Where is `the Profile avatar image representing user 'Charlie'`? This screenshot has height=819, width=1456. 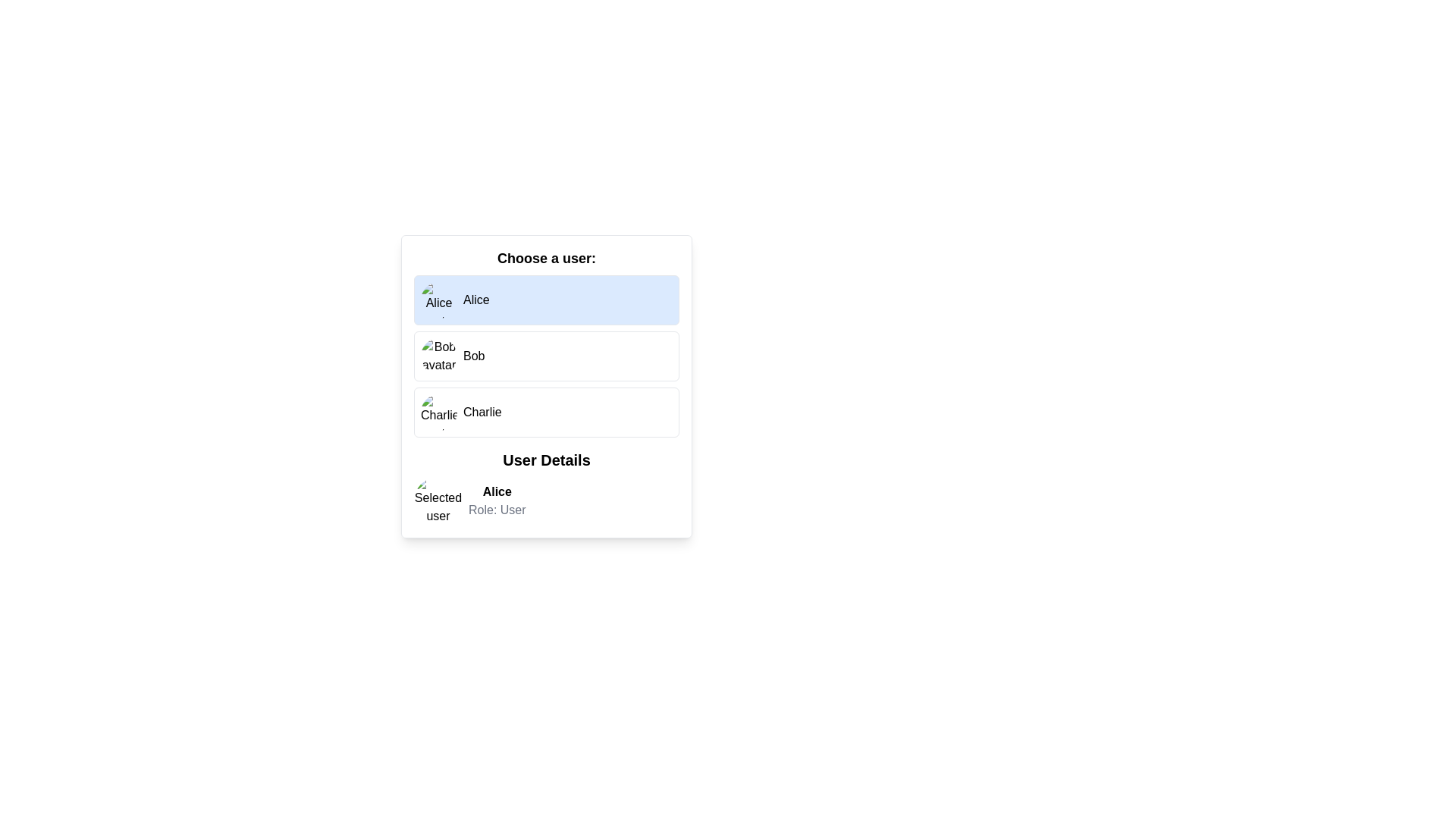 the Profile avatar image representing user 'Charlie' is located at coordinates (438, 412).